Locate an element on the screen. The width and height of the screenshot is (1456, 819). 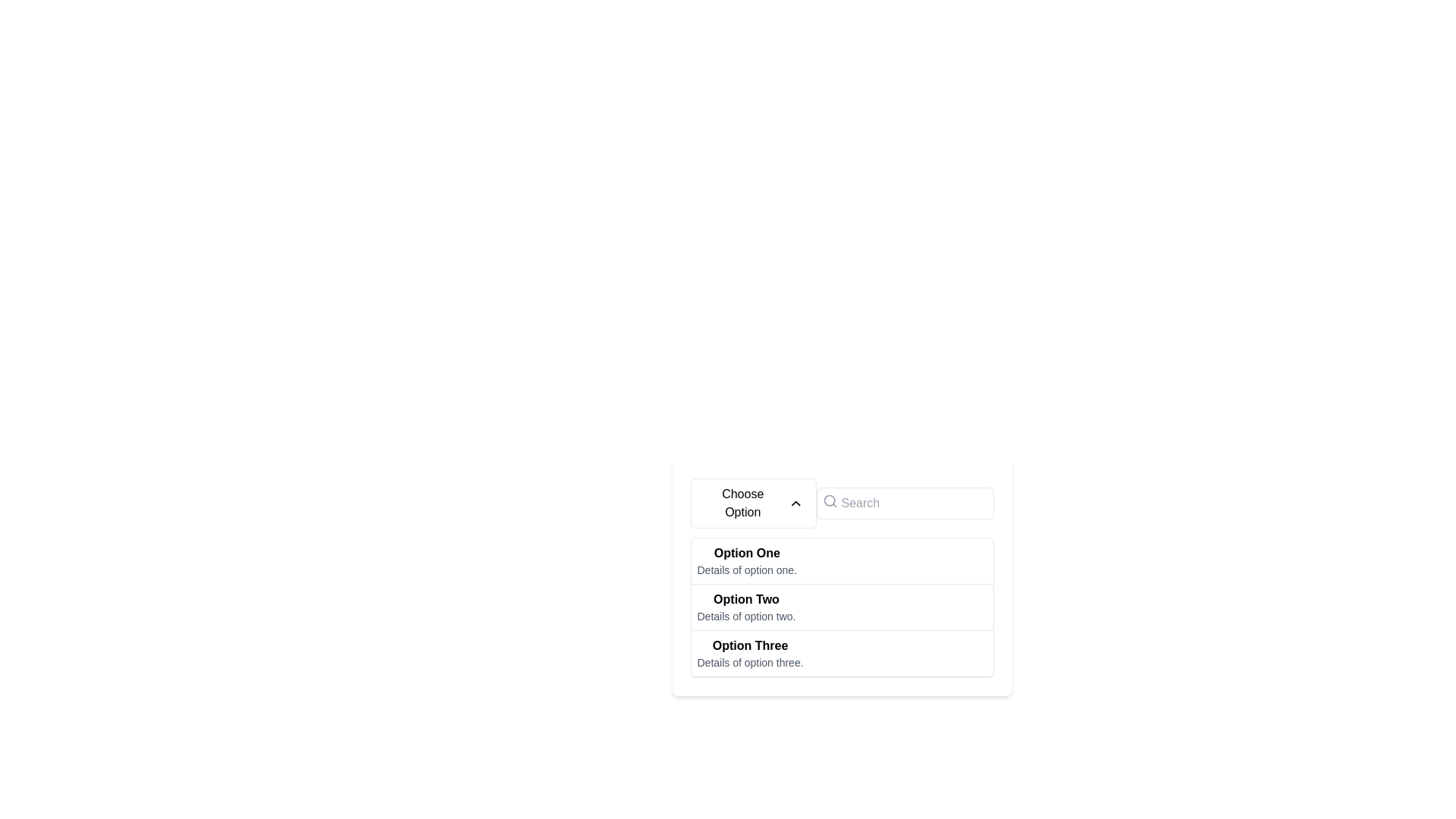
the third option in the dropdown menu, which is located below 'Option Two' and provides additional details is located at coordinates (750, 652).